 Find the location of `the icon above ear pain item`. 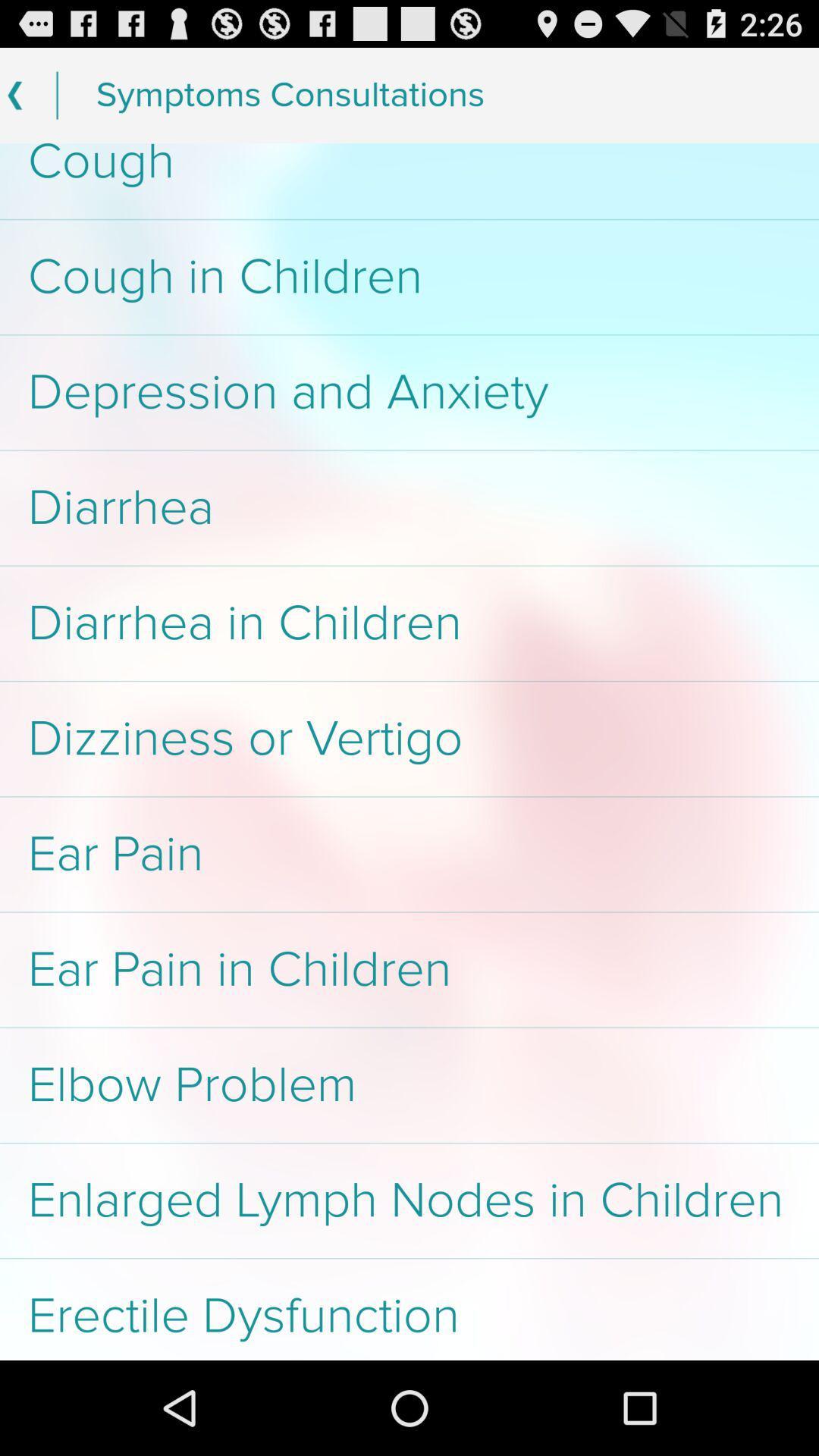

the icon above ear pain item is located at coordinates (409, 739).